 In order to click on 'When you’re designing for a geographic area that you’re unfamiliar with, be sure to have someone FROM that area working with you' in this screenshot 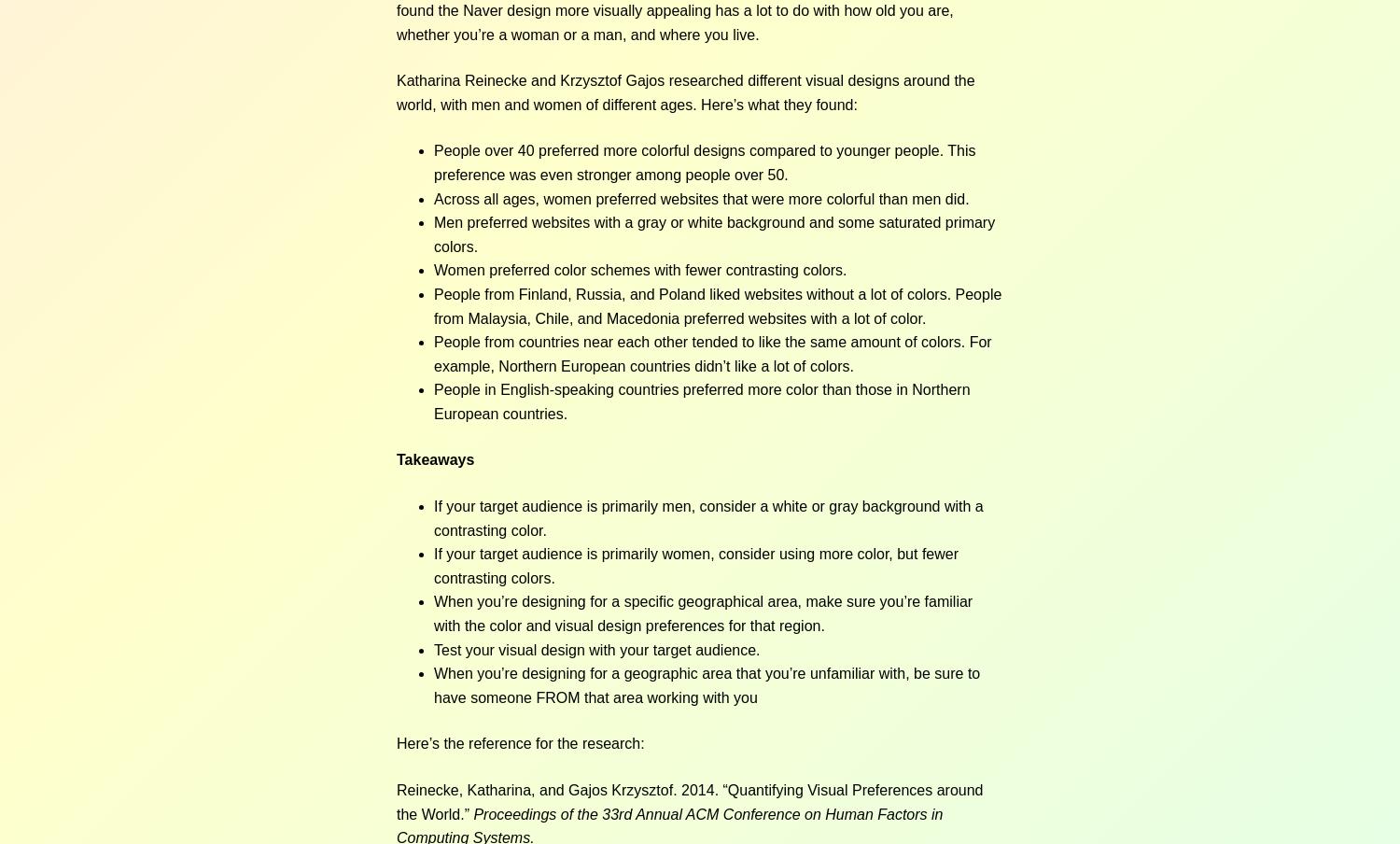, I will do `click(707, 683)`.